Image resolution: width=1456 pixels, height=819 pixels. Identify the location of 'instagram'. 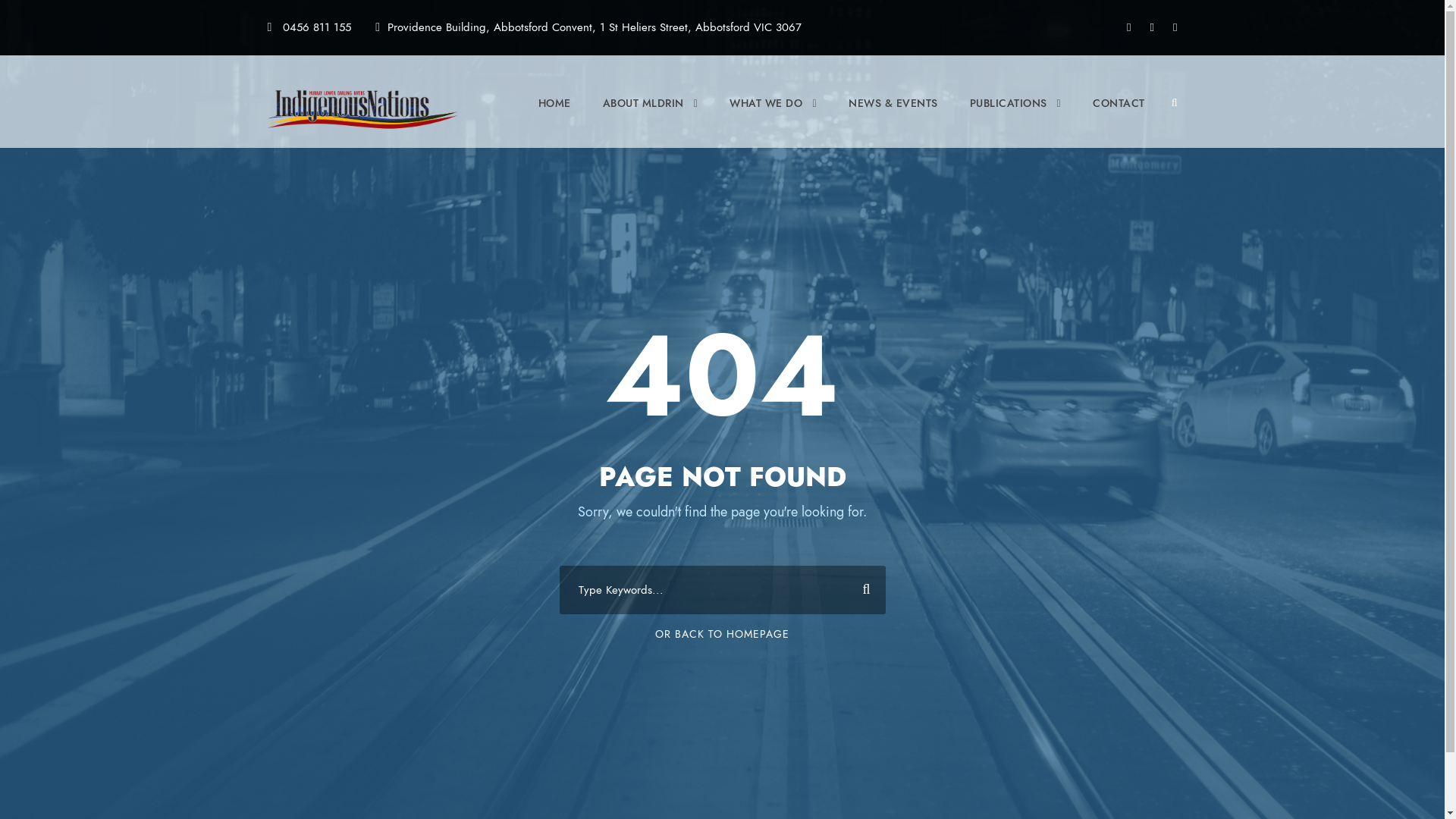
(1174, 27).